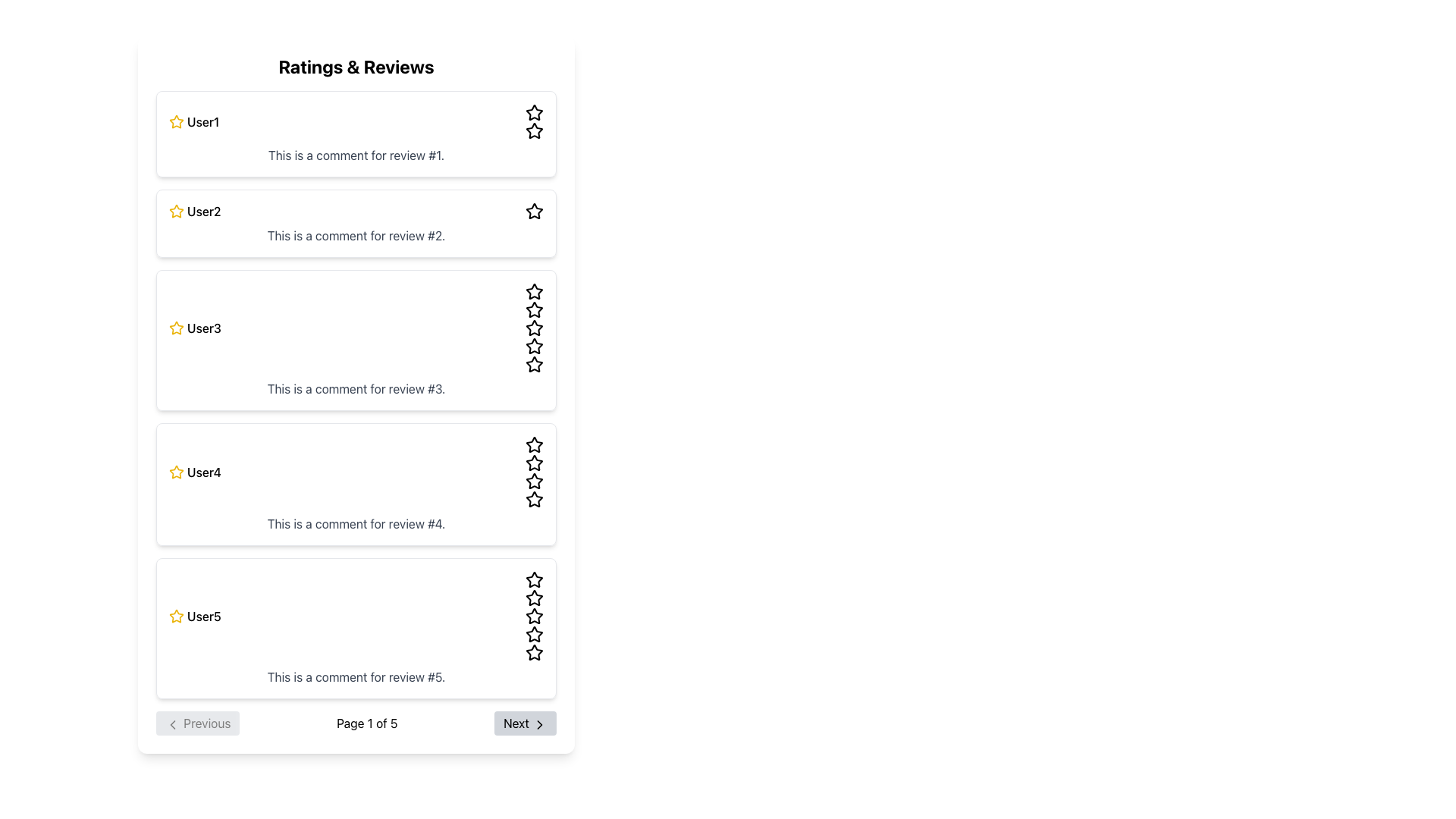 The height and width of the screenshot is (819, 1456). What do you see at coordinates (535, 211) in the screenshot?
I see `the second star icon in the 'User2' ratings section` at bounding box center [535, 211].